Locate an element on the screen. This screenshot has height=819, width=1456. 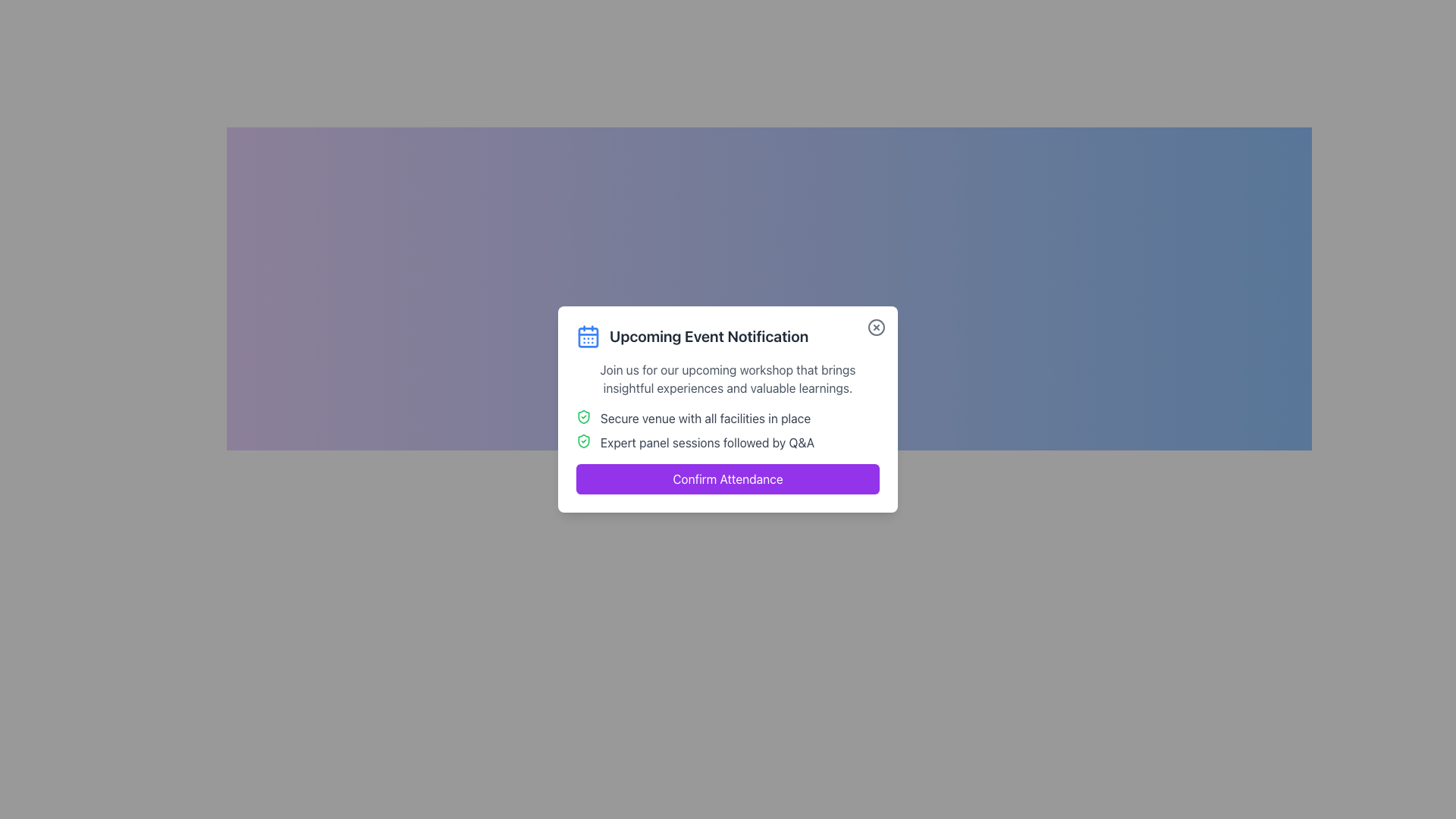
the green shield icon with a checkmark is located at coordinates (582, 417).